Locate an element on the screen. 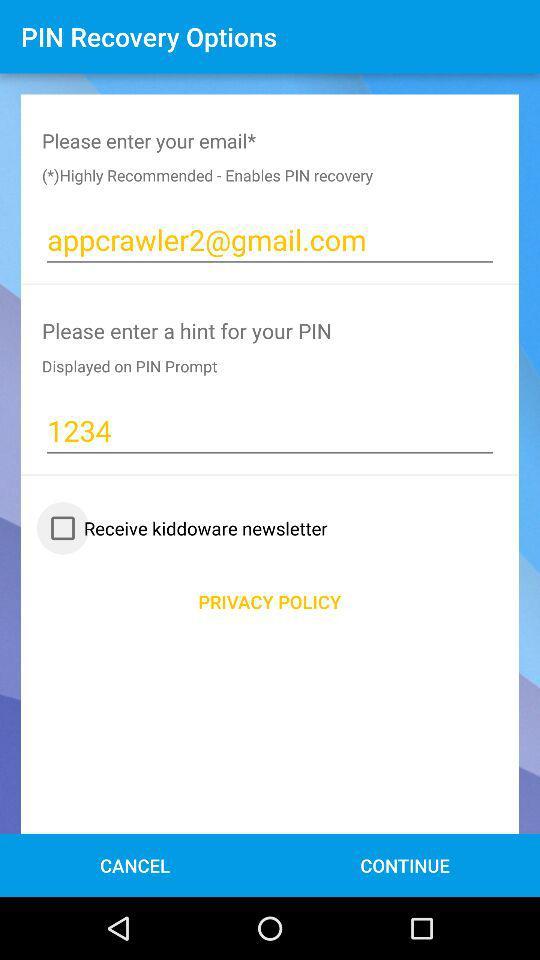 This screenshot has width=540, height=960. the item to the left of continue item is located at coordinates (135, 864).